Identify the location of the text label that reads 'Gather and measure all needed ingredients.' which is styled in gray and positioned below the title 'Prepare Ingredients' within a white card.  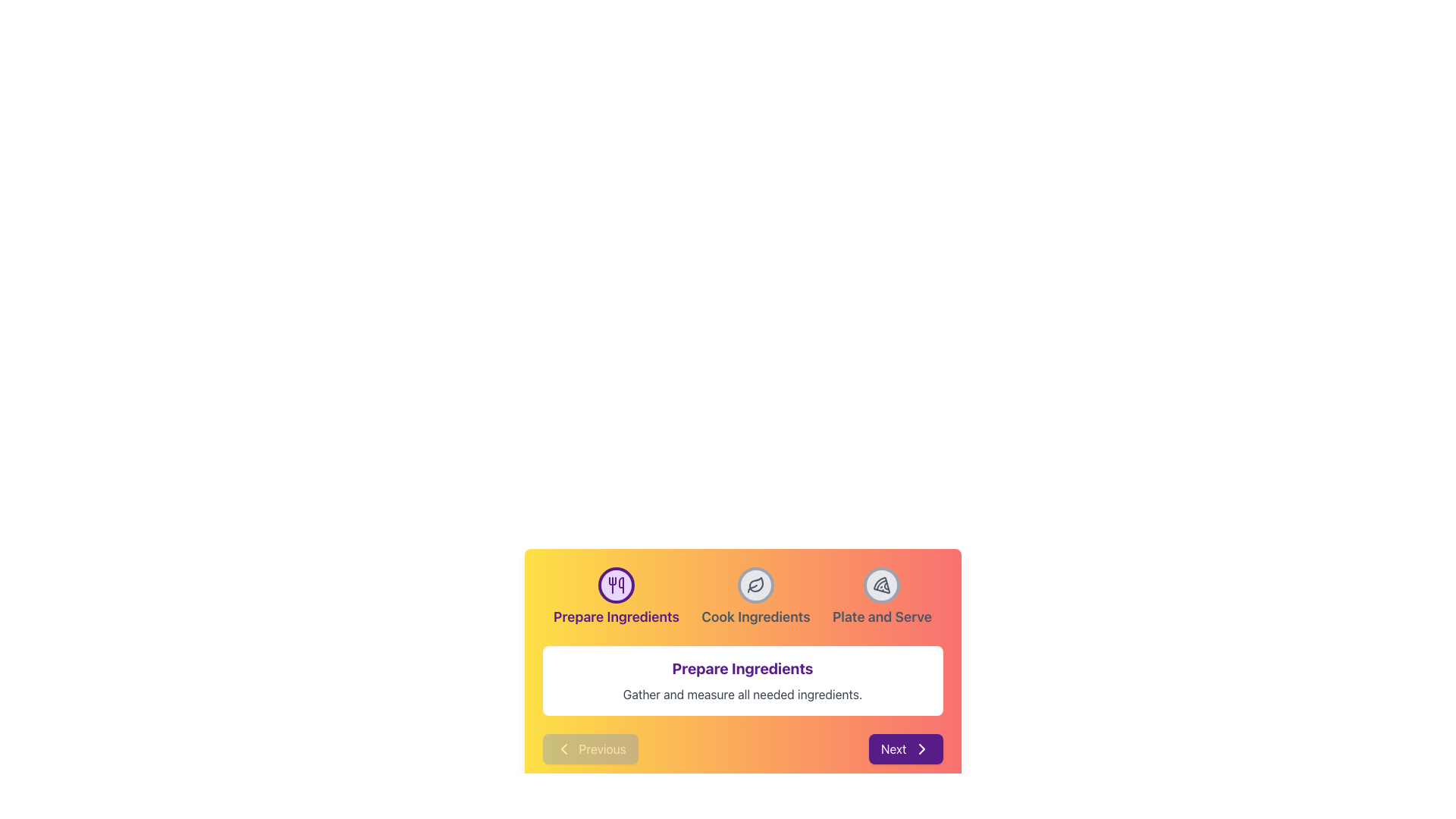
(742, 694).